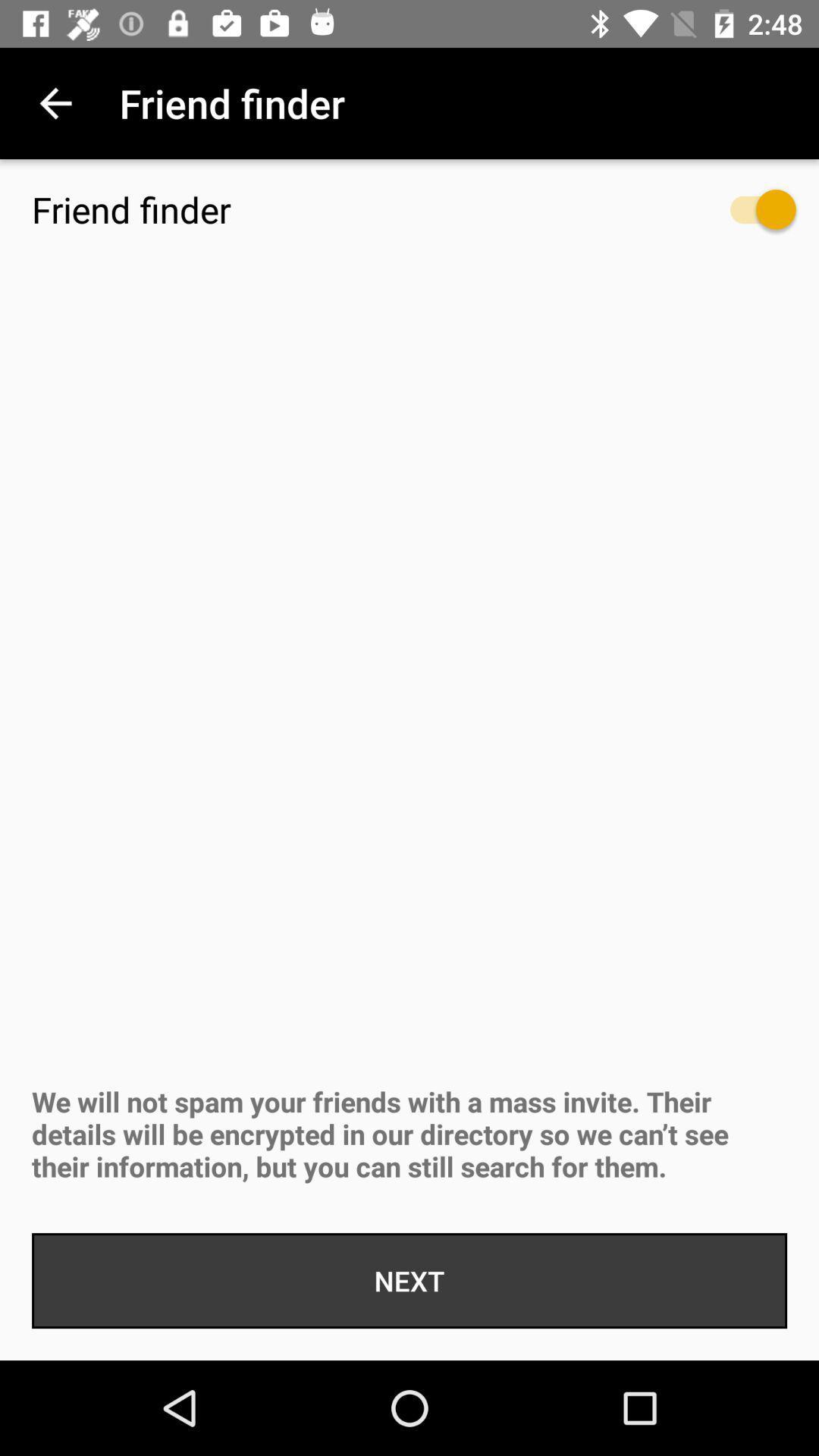 This screenshot has height=1456, width=819. What do you see at coordinates (747, 216) in the screenshot?
I see `item to the right of the friend finder item` at bounding box center [747, 216].